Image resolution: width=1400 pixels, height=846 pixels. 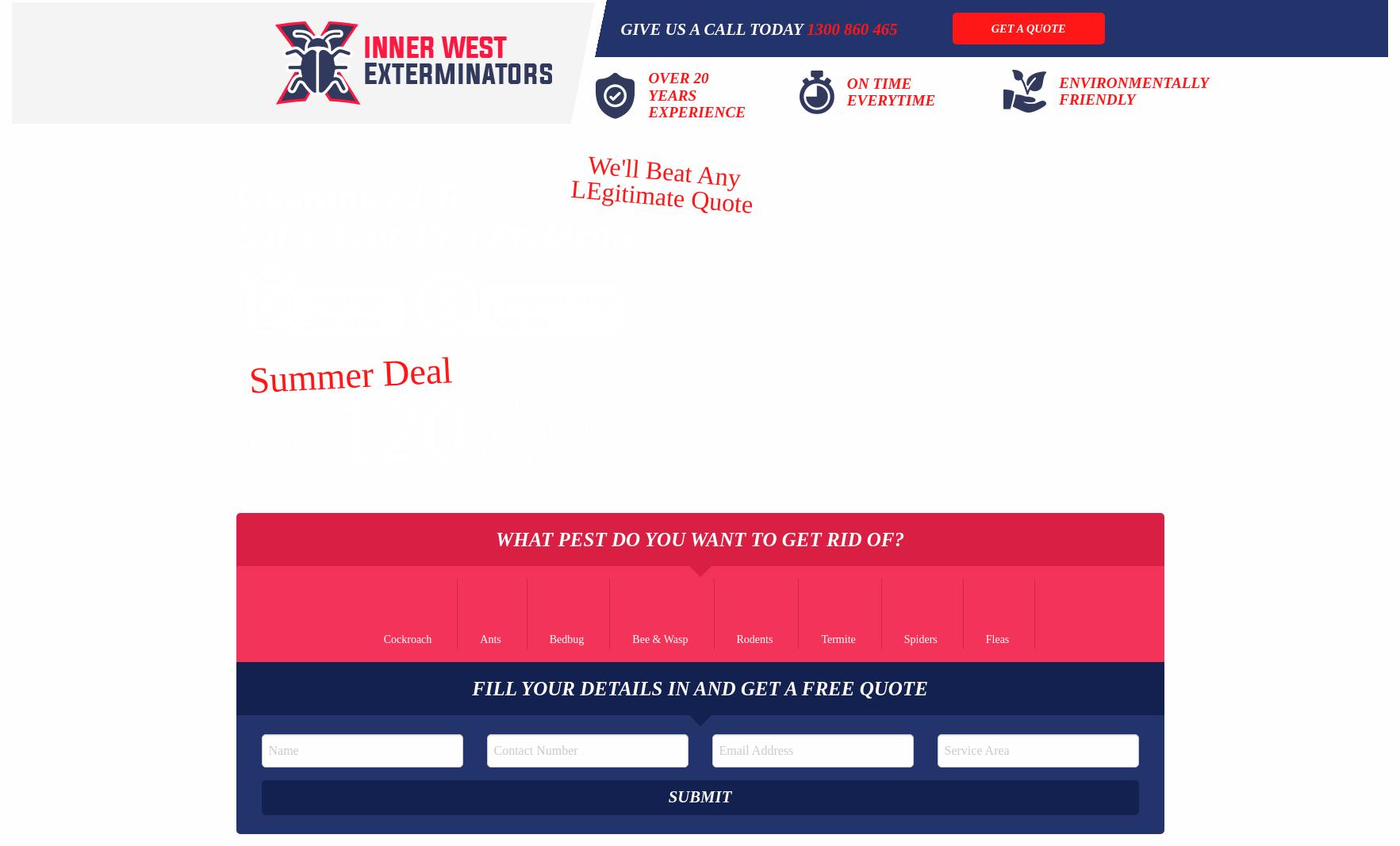 What do you see at coordinates (662, 170) in the screenshot?
I see `'We'll Beat Any'` at bounding box center [662, 170].